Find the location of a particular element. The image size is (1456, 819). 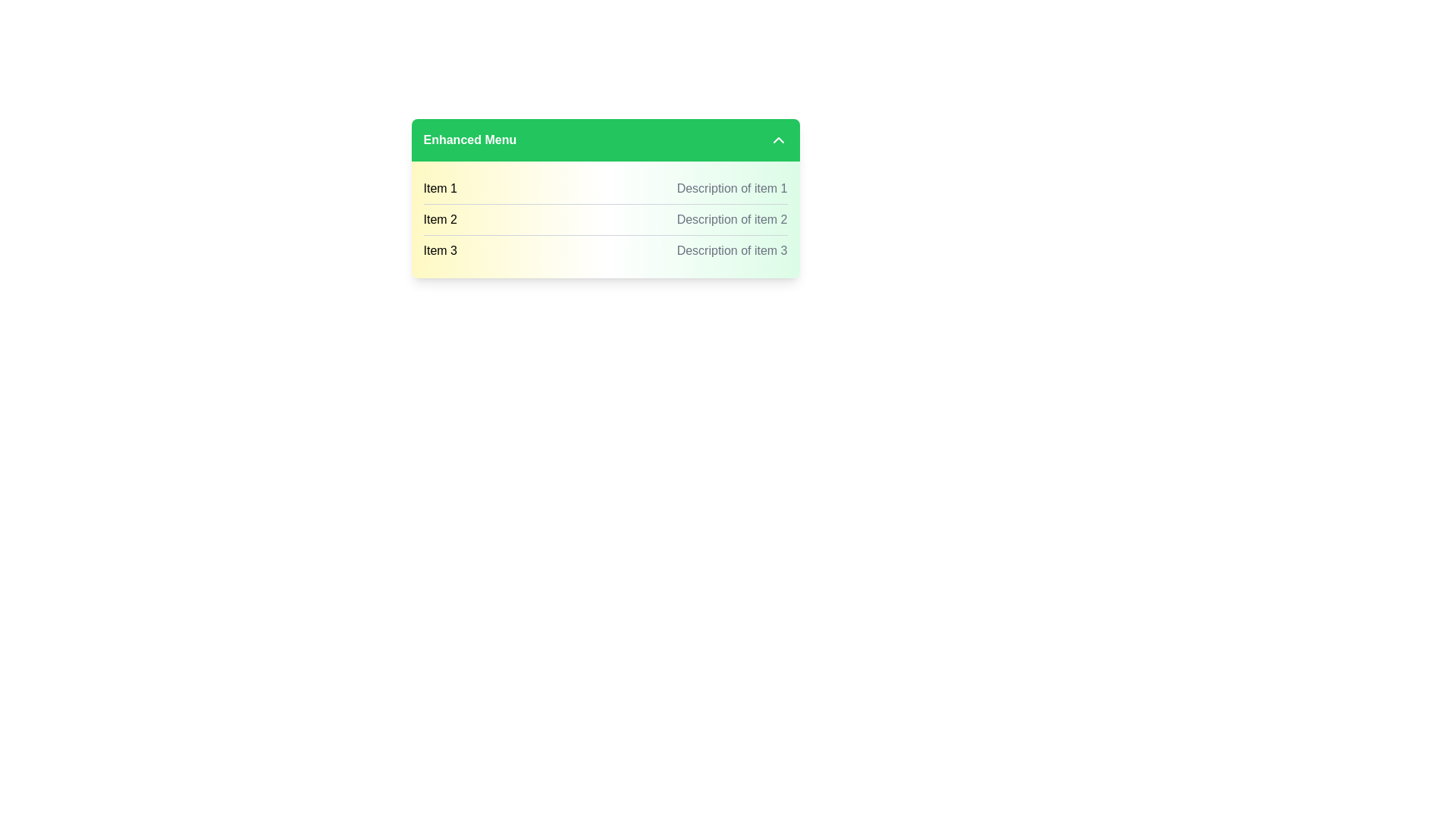

text display showing 'Description of item 3', which is a gray-colored, truncated text aligned to the right of the 'Item 3' label is located at coordinates (732, 250).